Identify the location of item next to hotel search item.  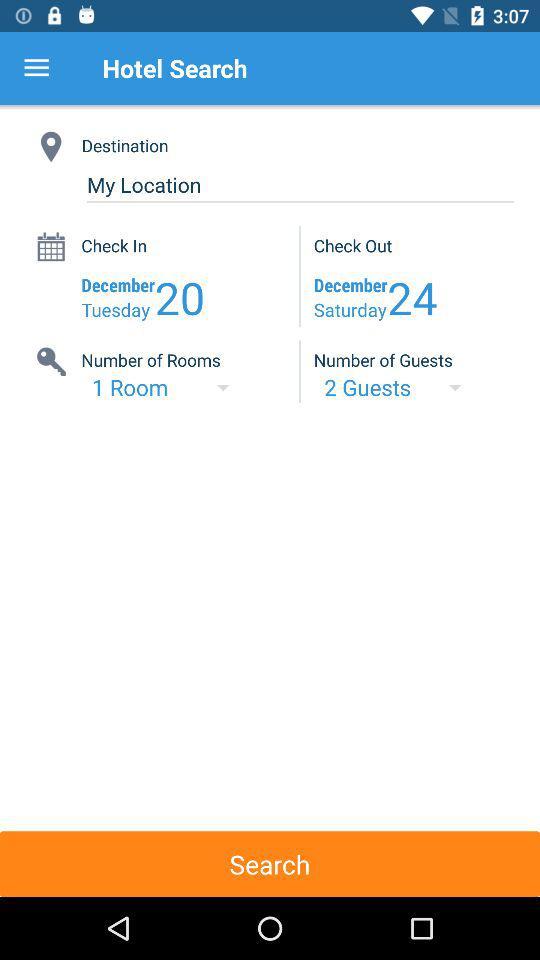
(36, 68).